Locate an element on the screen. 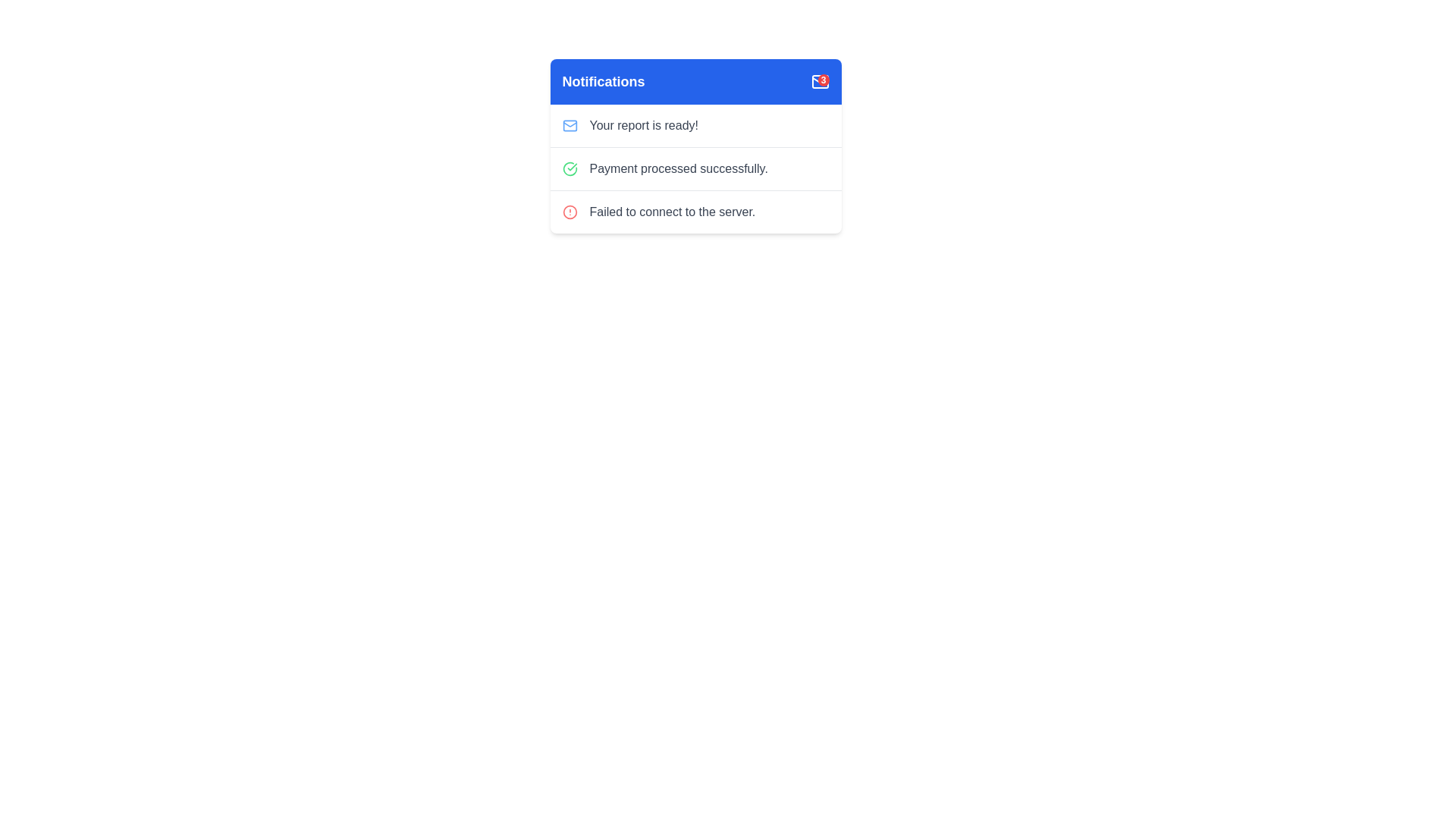 Image resolution: width=1456 pixels, height=819 pixels. the notification message indicating successful payment processing, which is the second row in the notification card stacked between 'Your report is ready!' and 'Failed to connect to the server.' is located at coordinates (695, 168).